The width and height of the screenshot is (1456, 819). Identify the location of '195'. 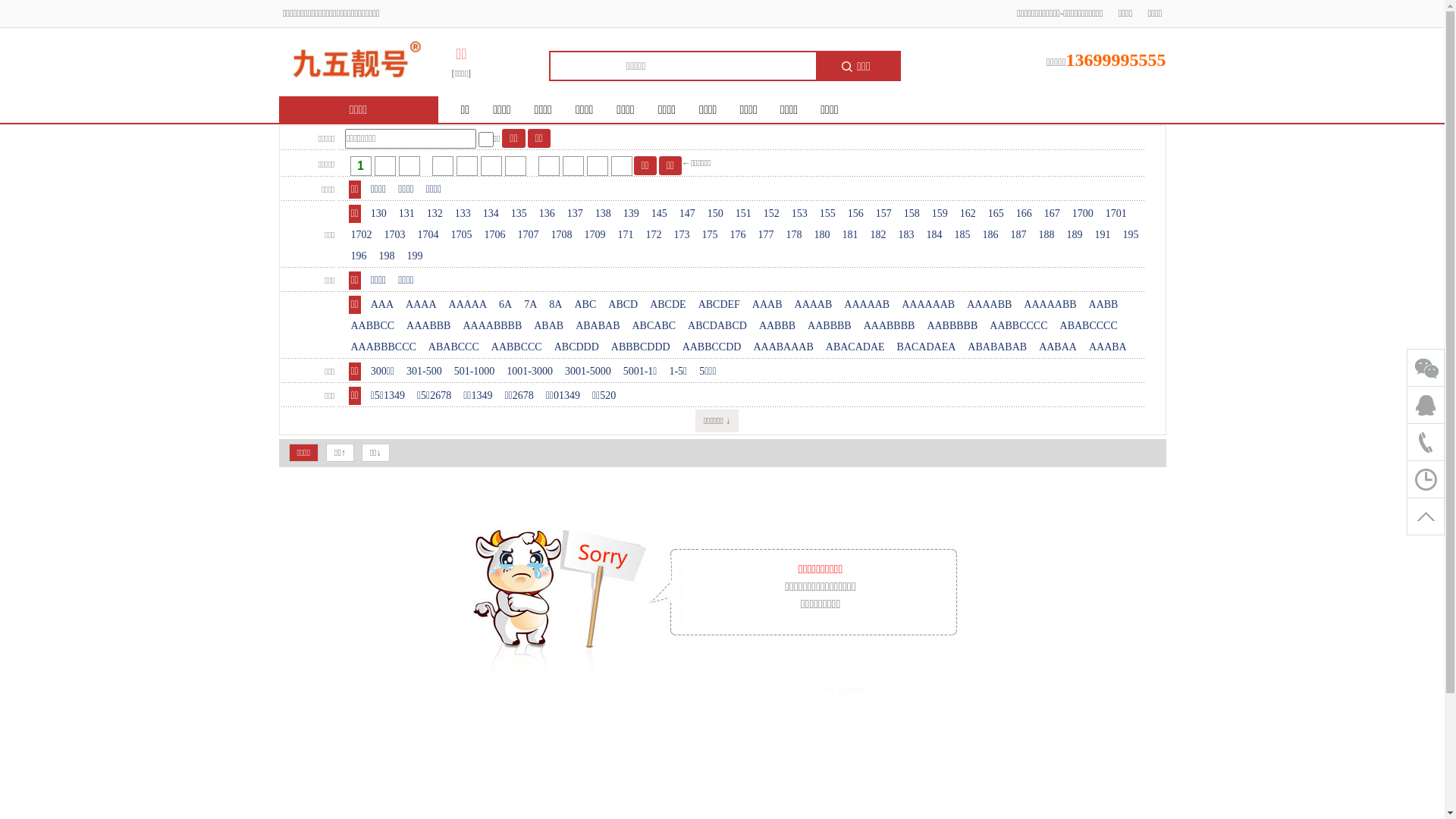
(1131, 234).